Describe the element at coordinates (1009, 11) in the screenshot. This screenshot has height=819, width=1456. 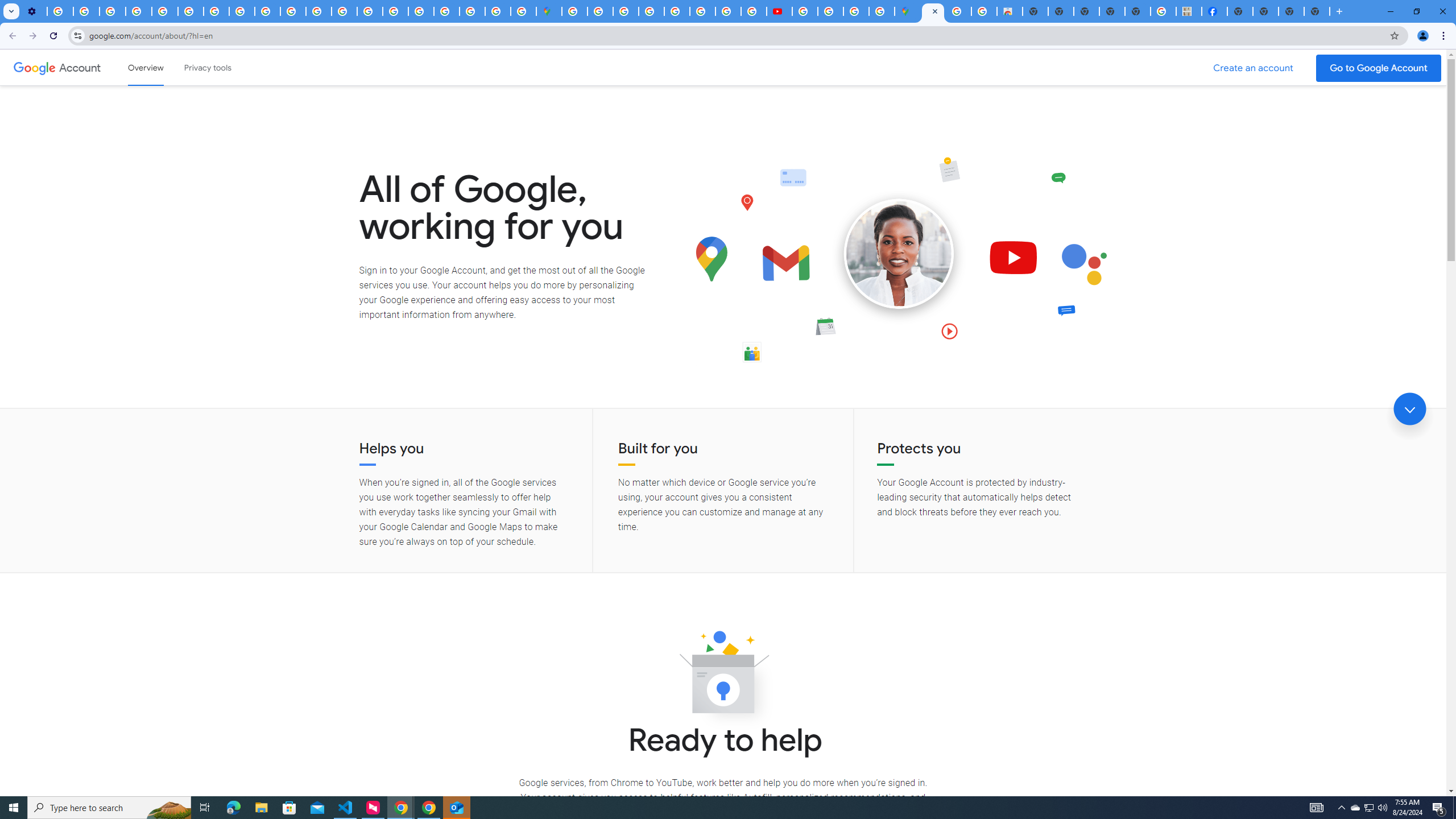
I see `'Chrome Web Store - Shopping'` at that location.